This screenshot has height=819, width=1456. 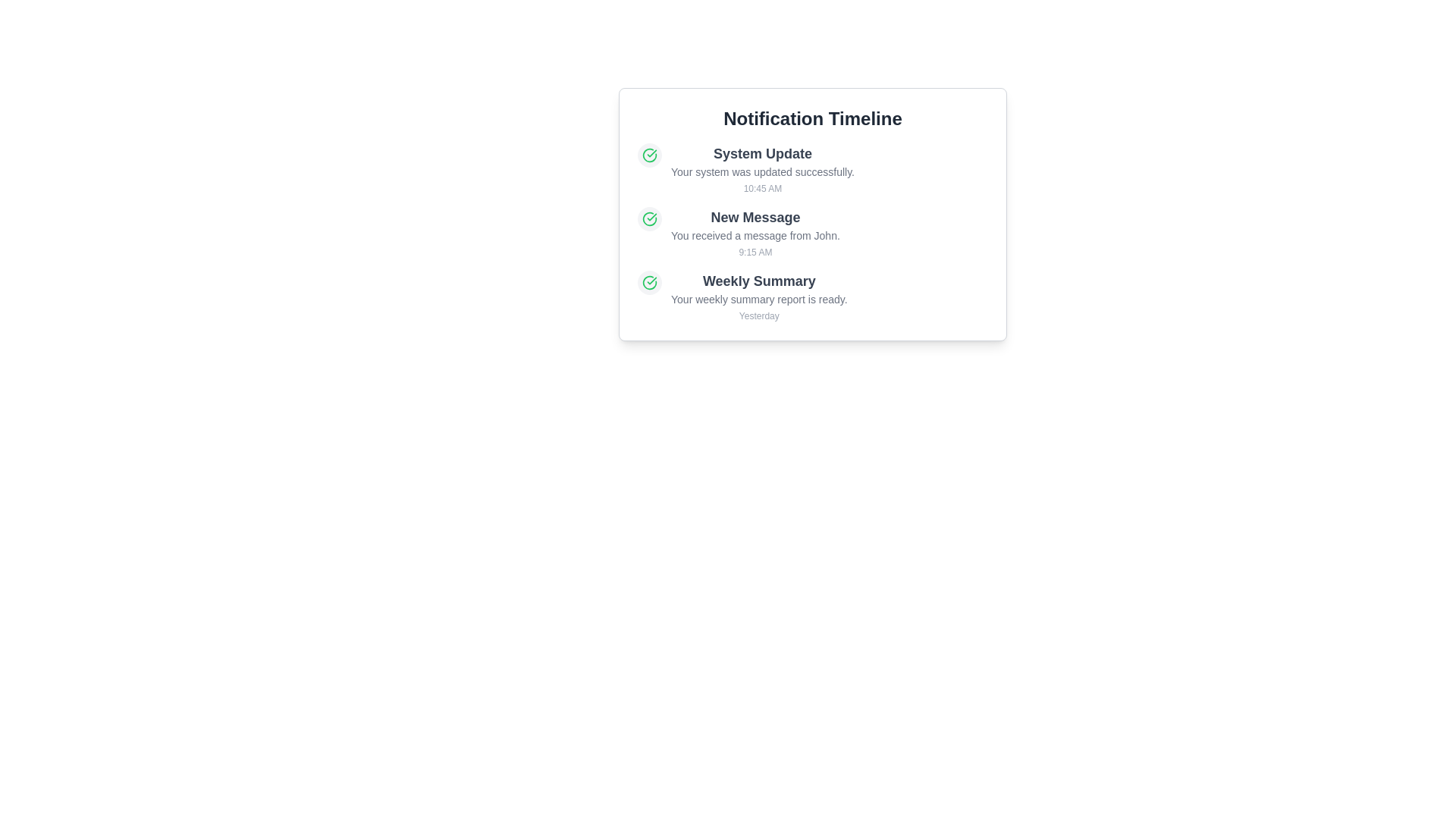 I want to click on the static text element that serves as a timestamp for the 'Weekly Summary' notification, positioned below the title and description text, so click(x=759, y=315).